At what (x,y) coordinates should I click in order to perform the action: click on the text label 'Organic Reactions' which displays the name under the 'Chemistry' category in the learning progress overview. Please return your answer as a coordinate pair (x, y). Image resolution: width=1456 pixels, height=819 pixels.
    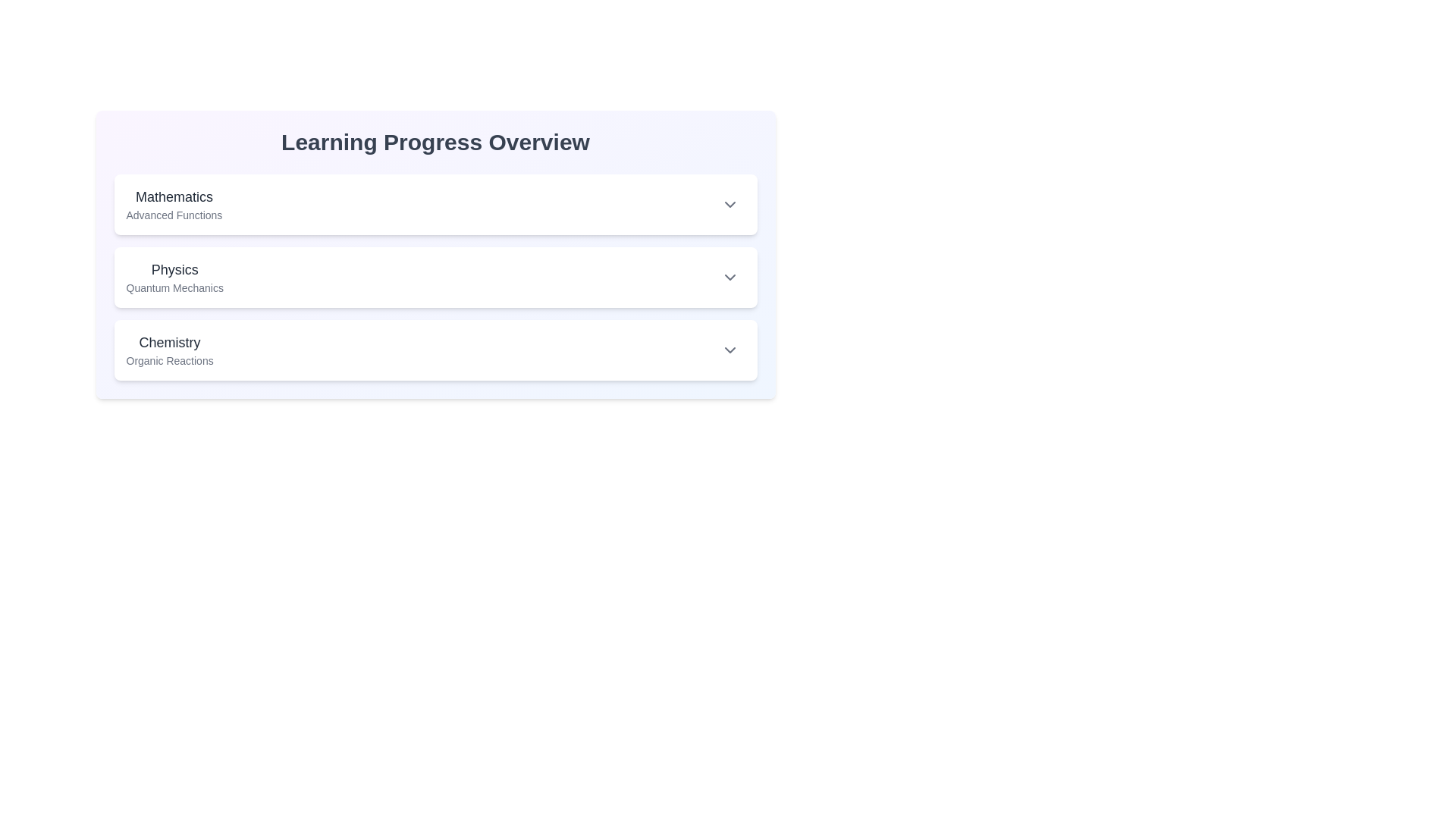
    Looking at the image, I should click on (170, 360).